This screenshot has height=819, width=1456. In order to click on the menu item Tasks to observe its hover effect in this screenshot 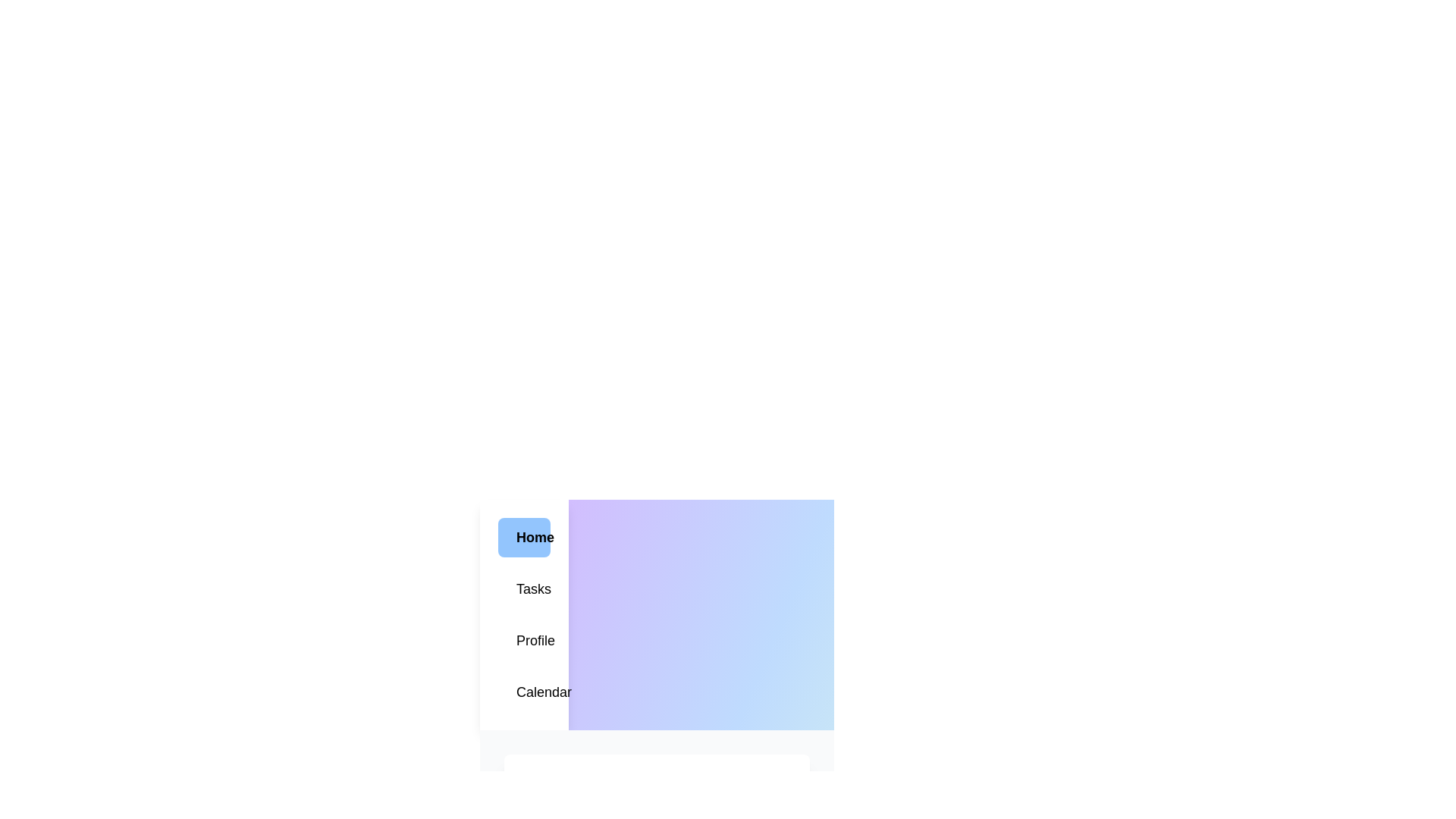, I will do `click(524, 588)`.